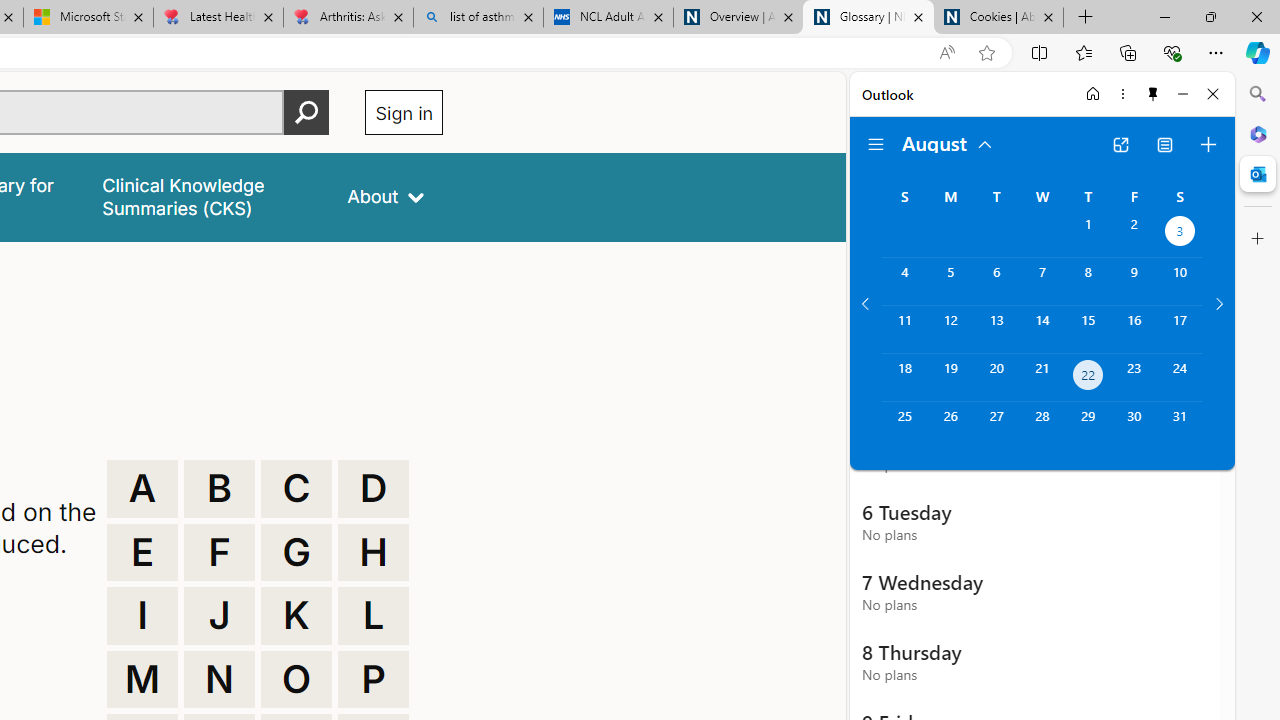  I want to click on 'Sunday, August 11, 2024. ', so click(903, 328).